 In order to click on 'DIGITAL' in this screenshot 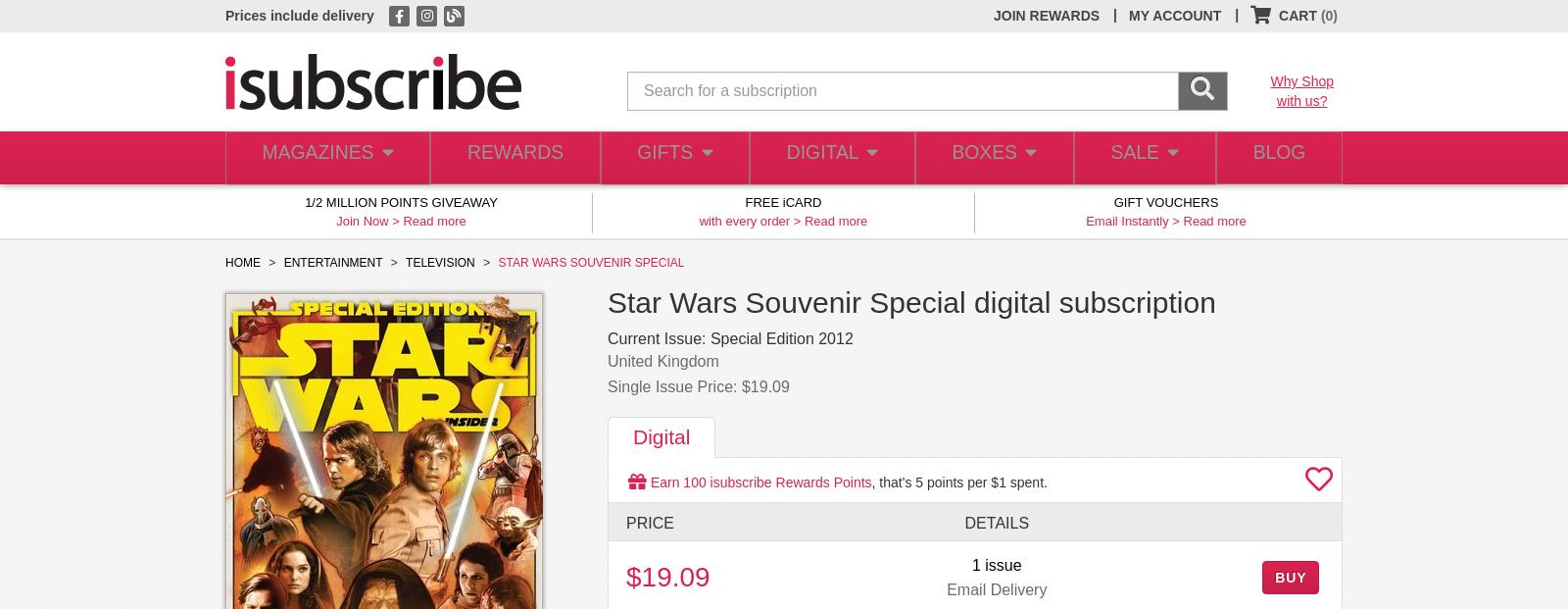, I will do `click(815, 157)`.